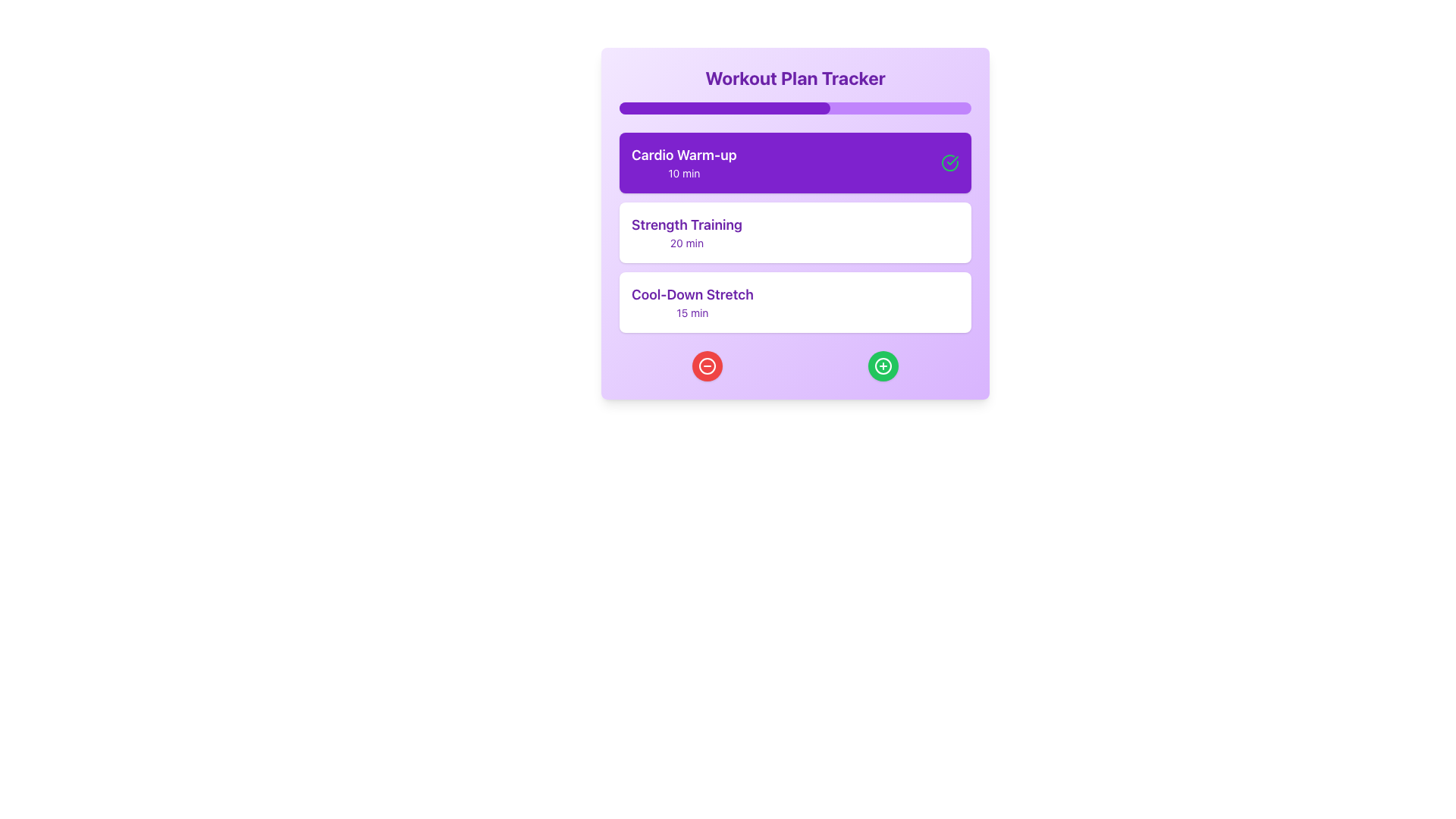  I want to click on the Progress Indicator located centrally at the top of the interface, just below the title 'Workout Plan Tracker', so click(724, 107).